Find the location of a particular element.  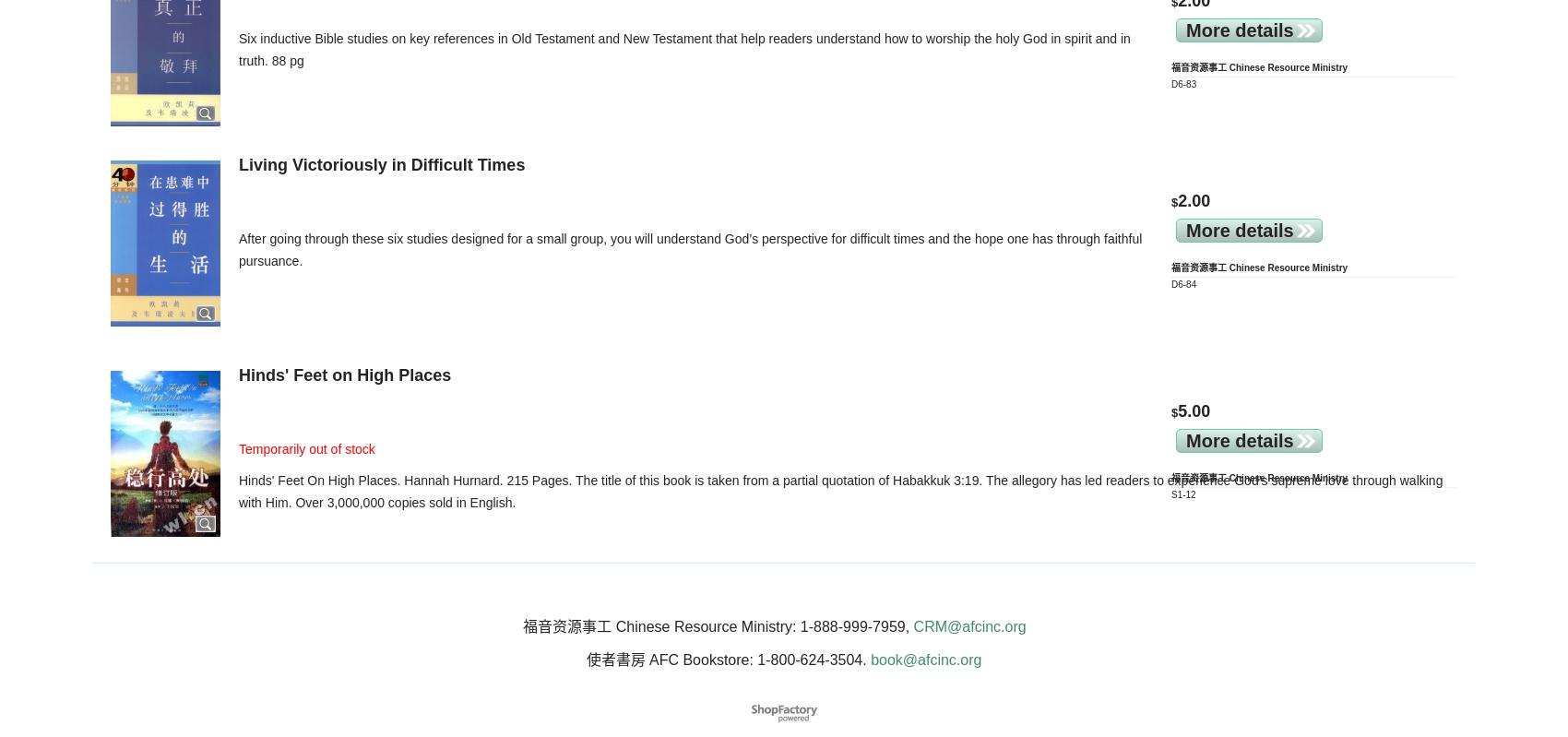

'5.00' is located at coordinates (1194, 410).